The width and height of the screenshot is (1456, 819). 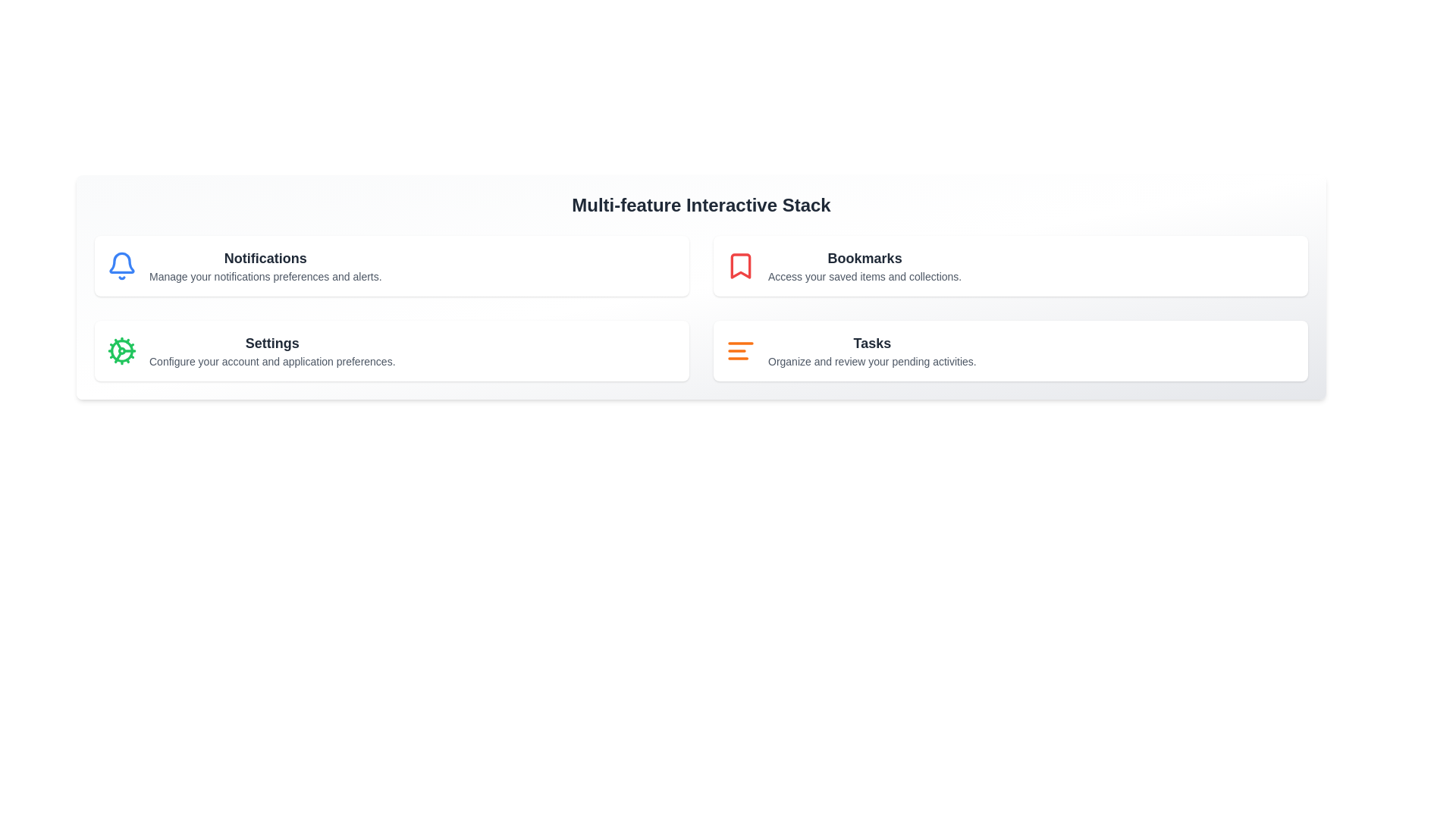 What do you see at coordinates (864, 265) in the screenshot?
I see `the informational text label describing the 'Bookmarks' feature located in the upper-right quadrant of the interface, following the red bookmark icon` at bounding box center [864, 265].